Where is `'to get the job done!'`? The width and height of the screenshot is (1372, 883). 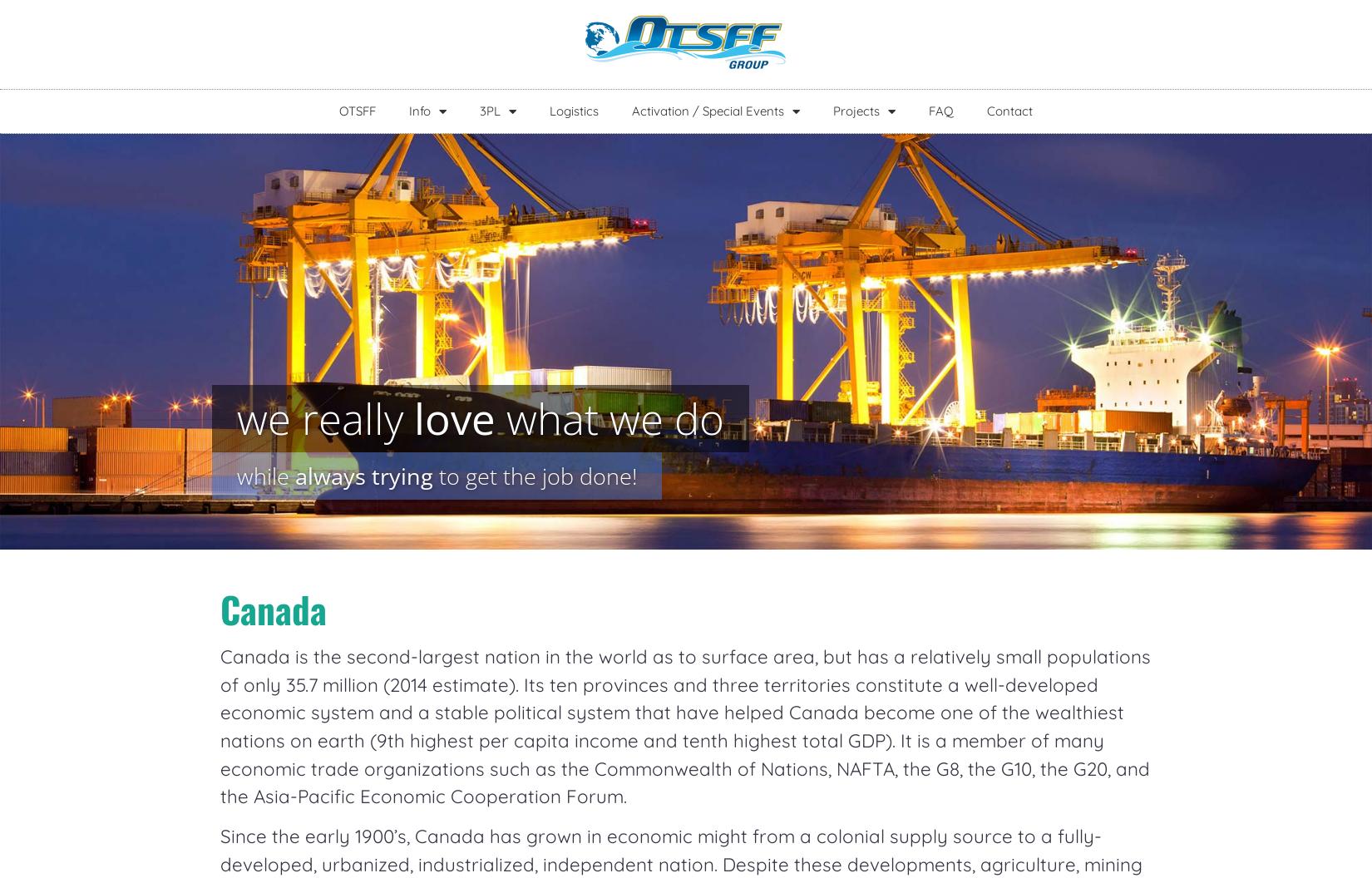 'to get the job done!' is located at coordinates (534, 475).